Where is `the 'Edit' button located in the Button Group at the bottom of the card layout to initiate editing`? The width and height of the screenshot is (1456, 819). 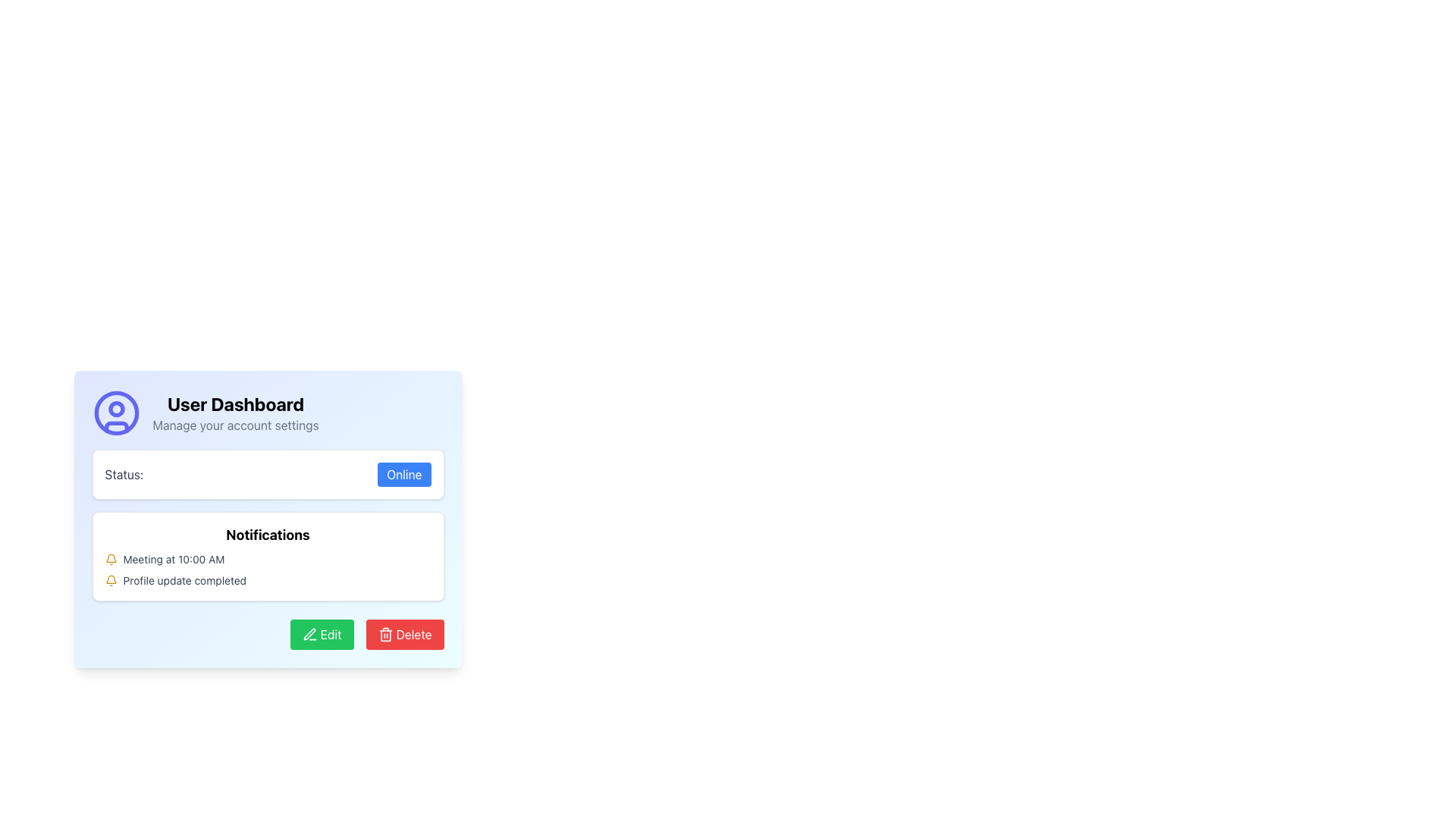 the 'Edit' button located in the Button Group at the bottom of the card layout to initiate editing is located at coordinates (268, 635).